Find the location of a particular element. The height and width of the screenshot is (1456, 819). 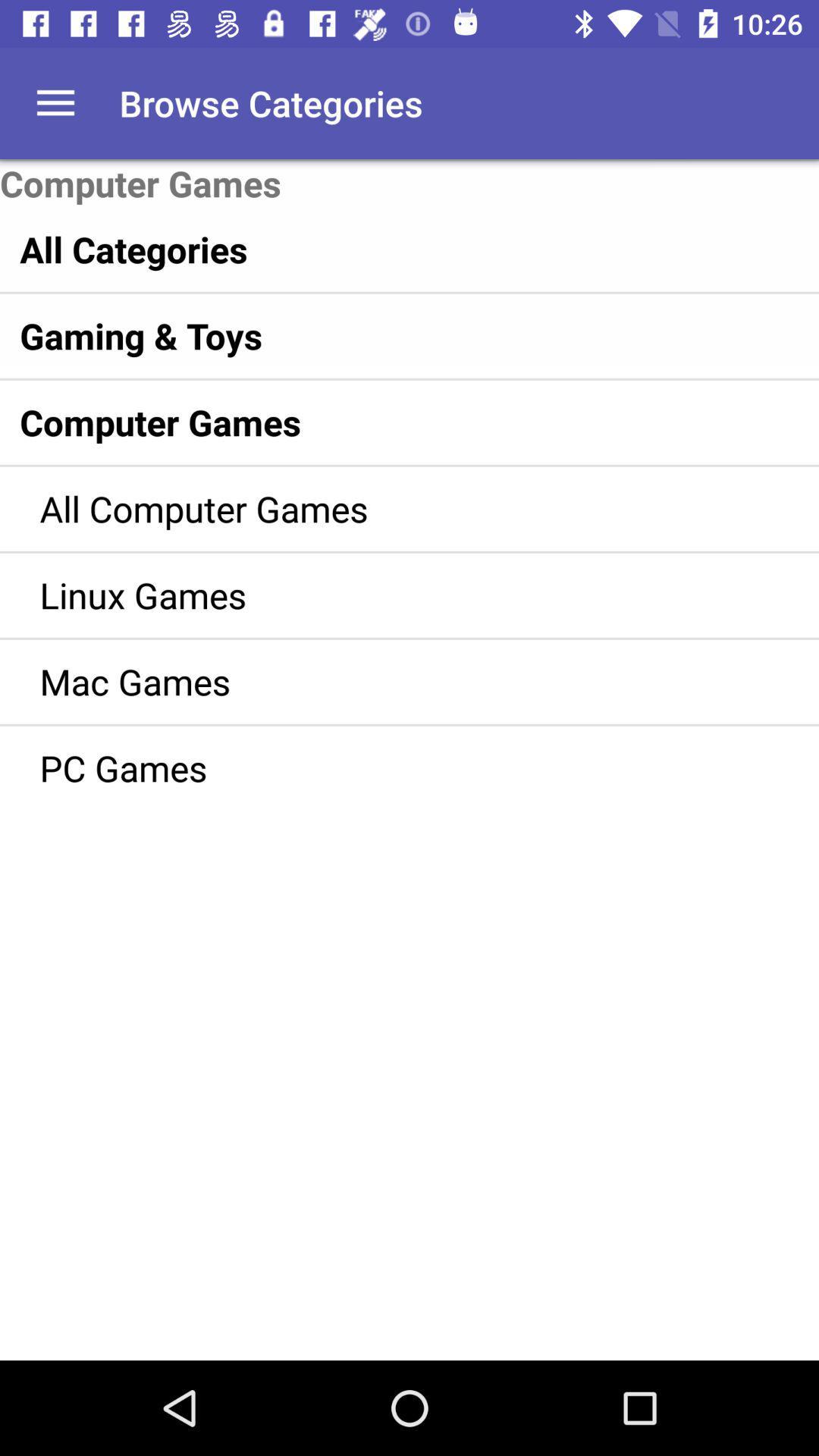

the gaming & toys icon is located at coordinates (376, 334).